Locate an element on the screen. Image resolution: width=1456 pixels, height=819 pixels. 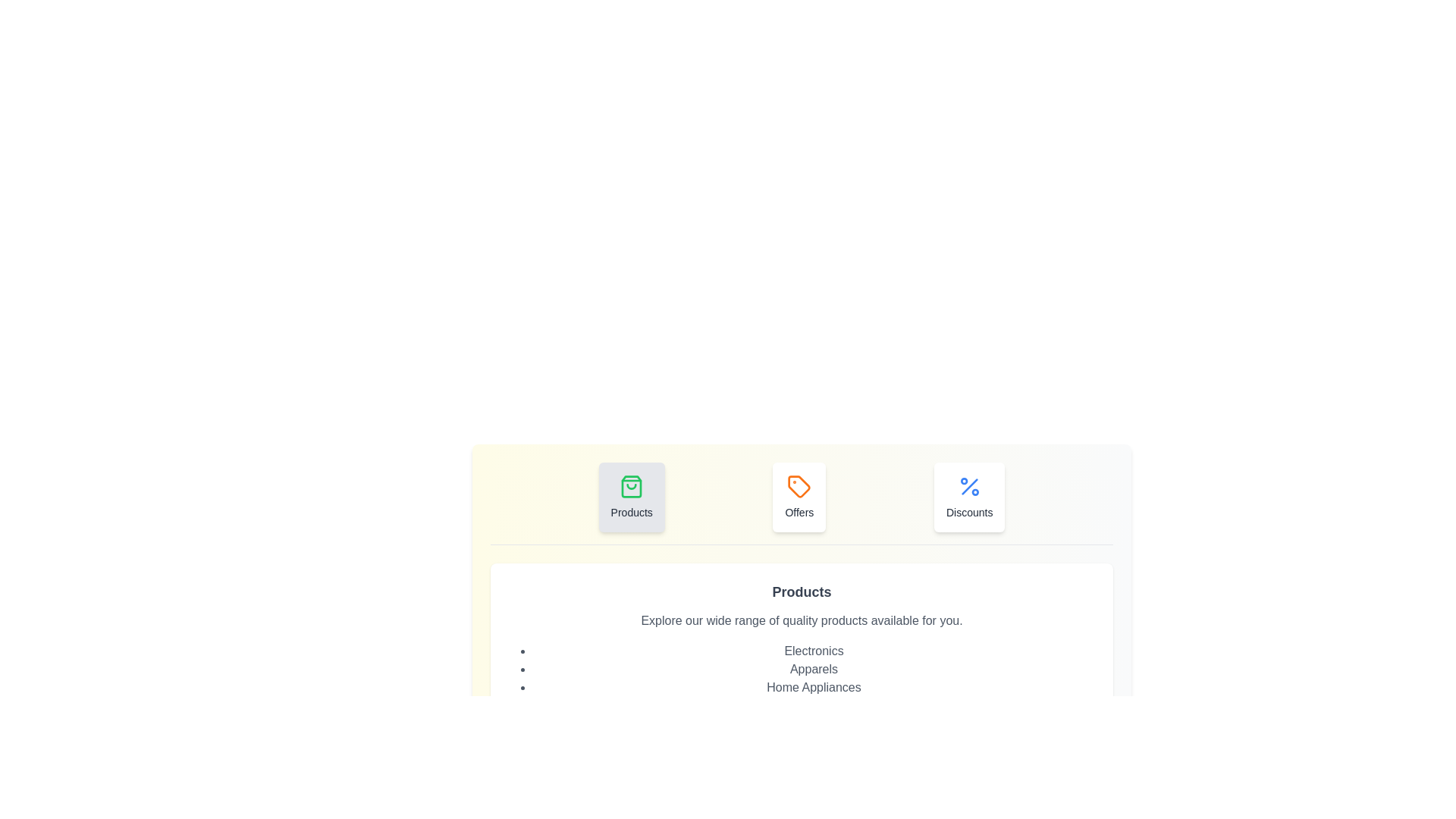
the tab labeled Products is located at coordinates (632, 497).